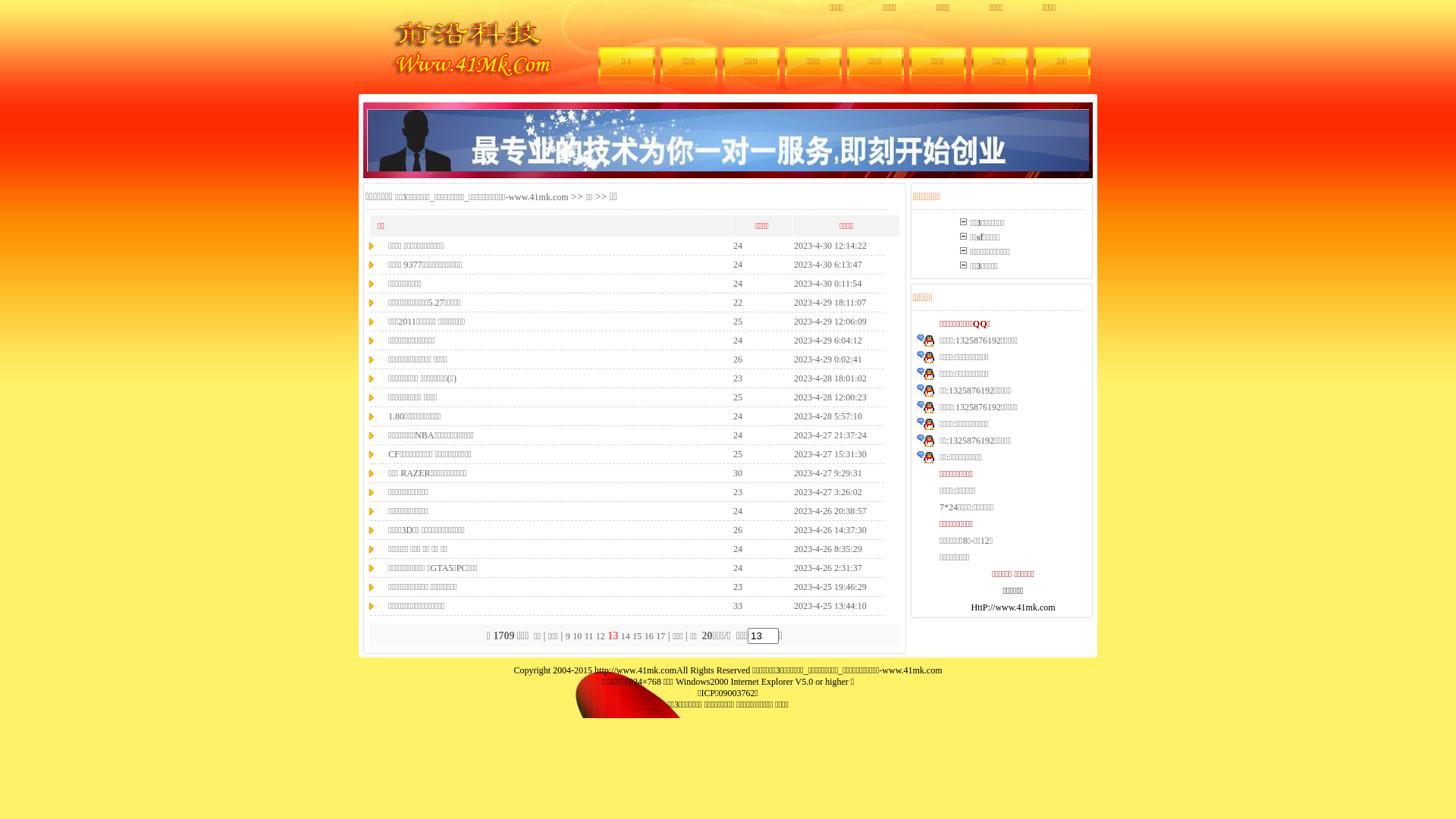 This screenshot has width=1456, height=819. Describe the element at coordinates (829, 435) in the screenshot. I see `'2023-4-27 21:37:24'` at that location.